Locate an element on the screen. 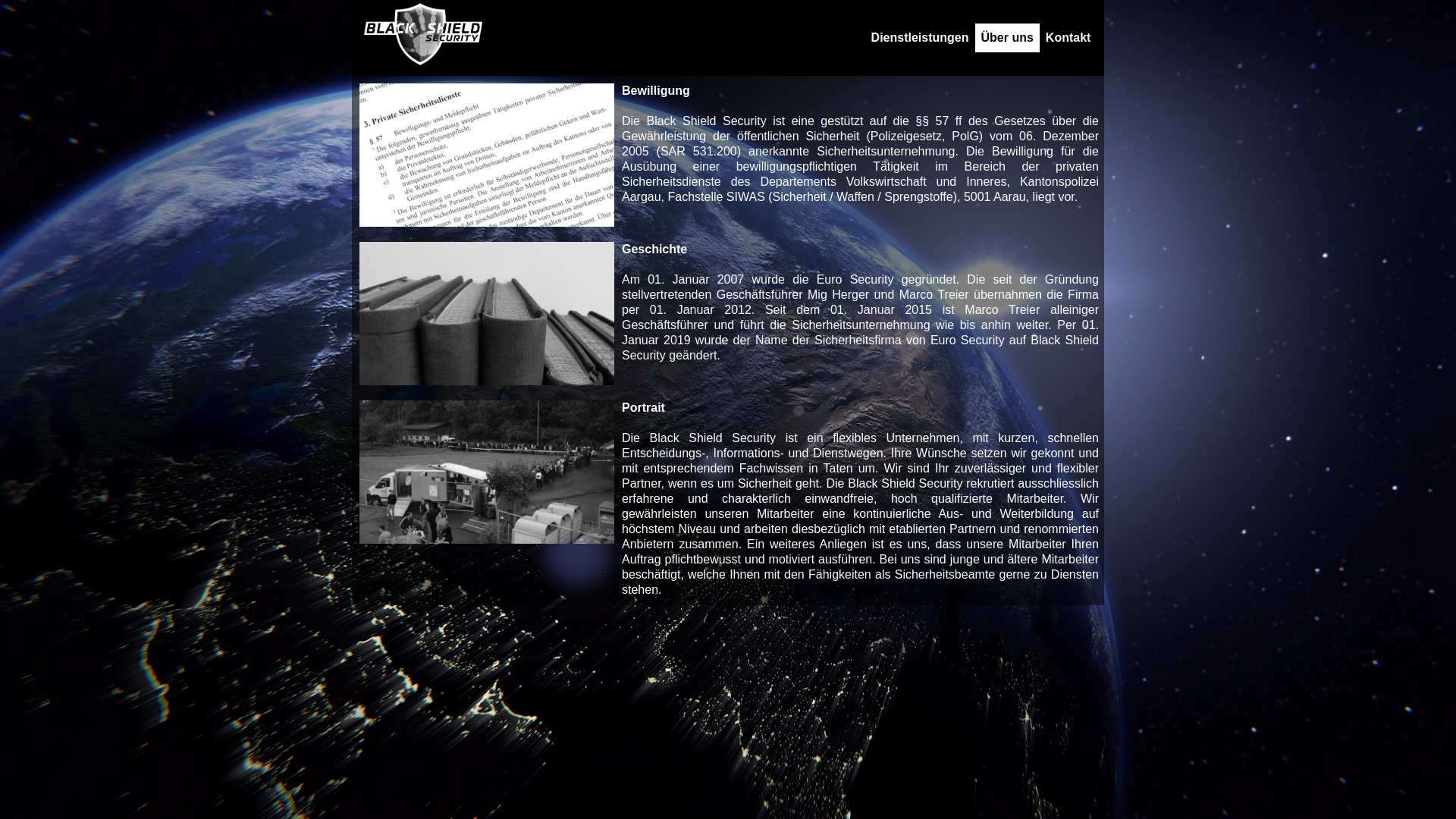  'Kontakt' is located at coordinates (1068, 37).